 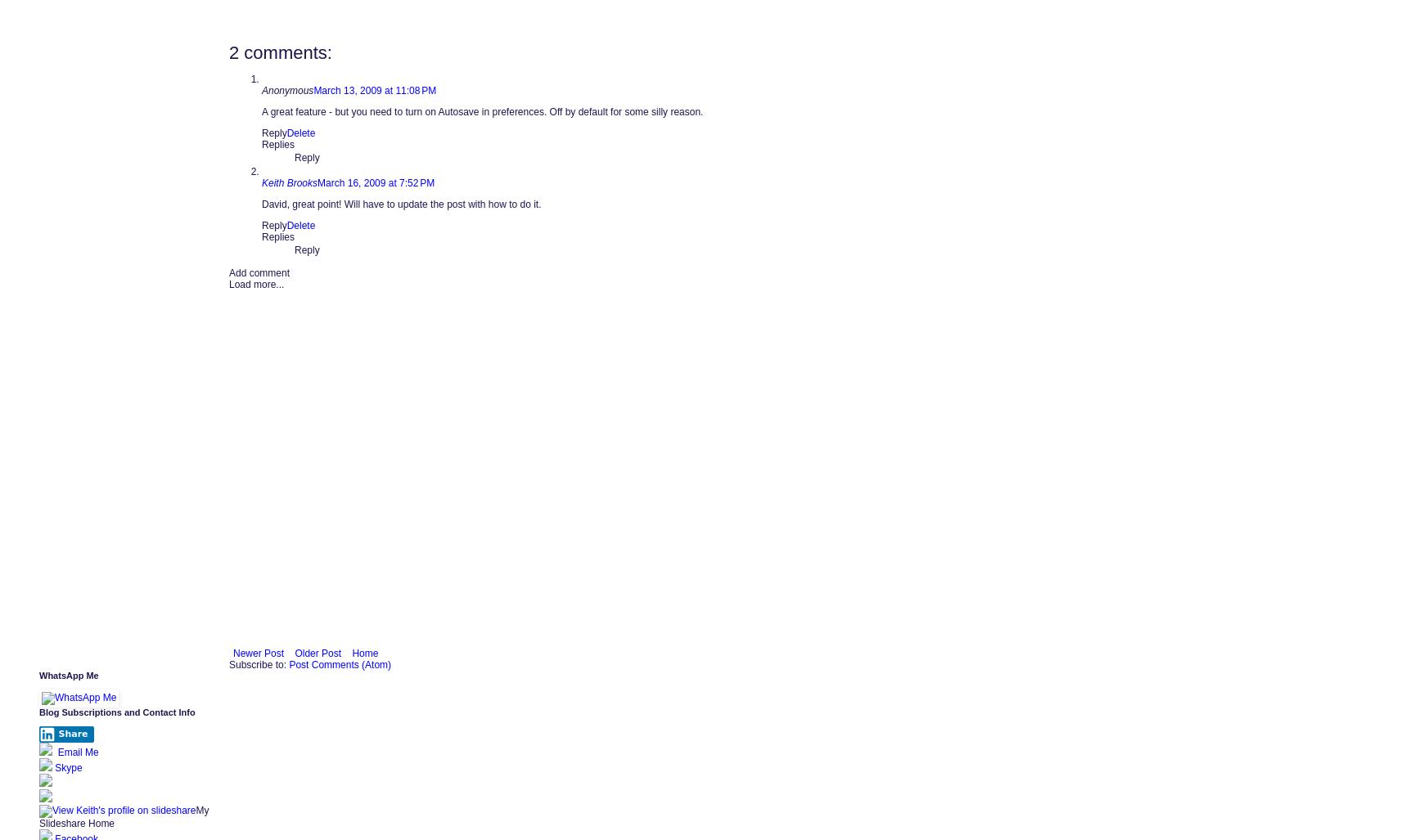 What do you see at coordinates (373, 90) in the screenshot?
I see `'March 13, 2009 at 11:08 PM'` at bounding box center [373, 90].